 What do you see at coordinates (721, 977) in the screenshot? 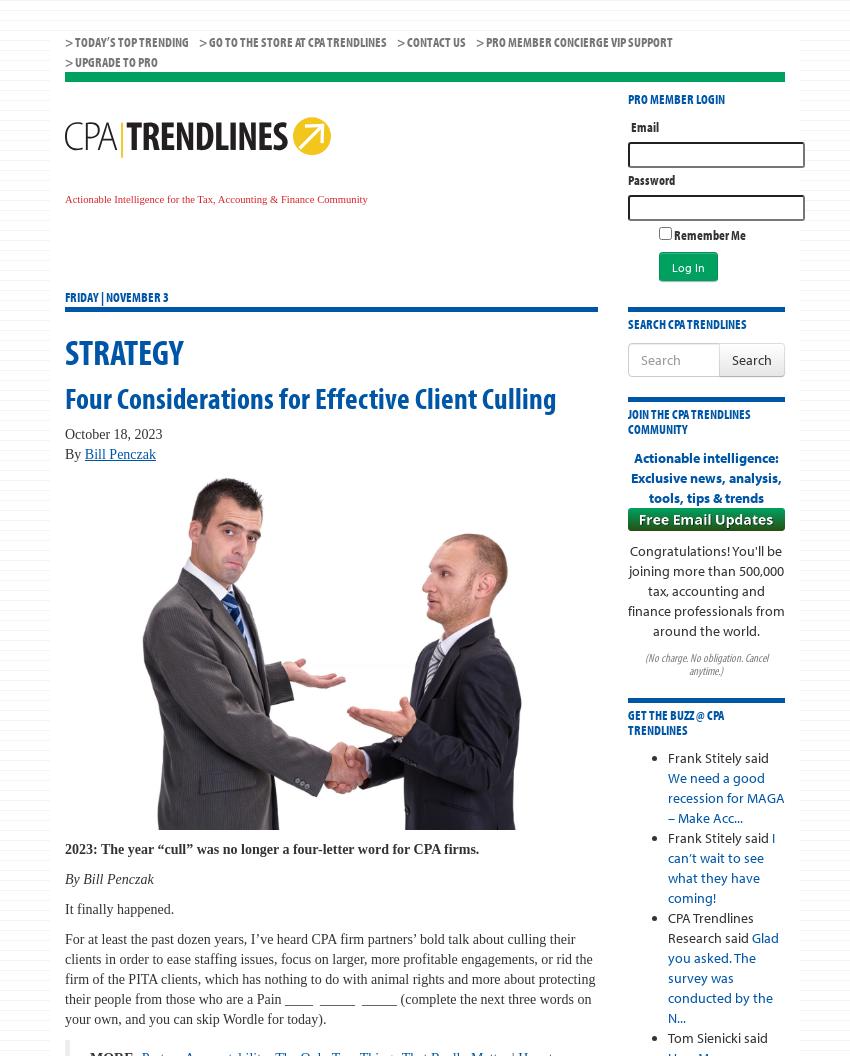
I see `'Glad you asked. 
The survey was conducted by the N...'` at bounding box center [721, 977].